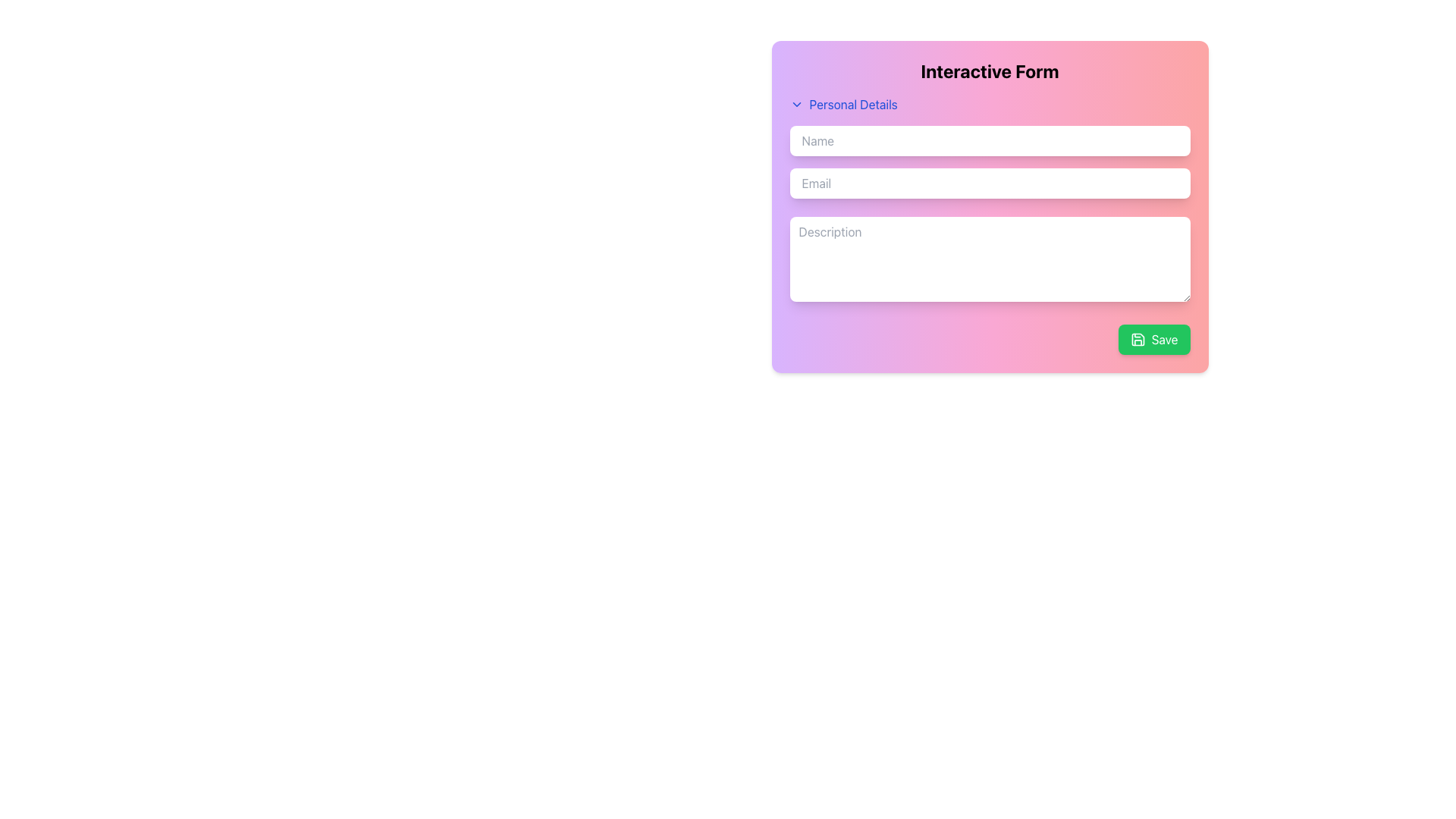 This screenshot has width=1456, height=819. I want to click on the text input field for 'Name' under the 'Personal Details' section by tabbing to it, so click(990, 146).